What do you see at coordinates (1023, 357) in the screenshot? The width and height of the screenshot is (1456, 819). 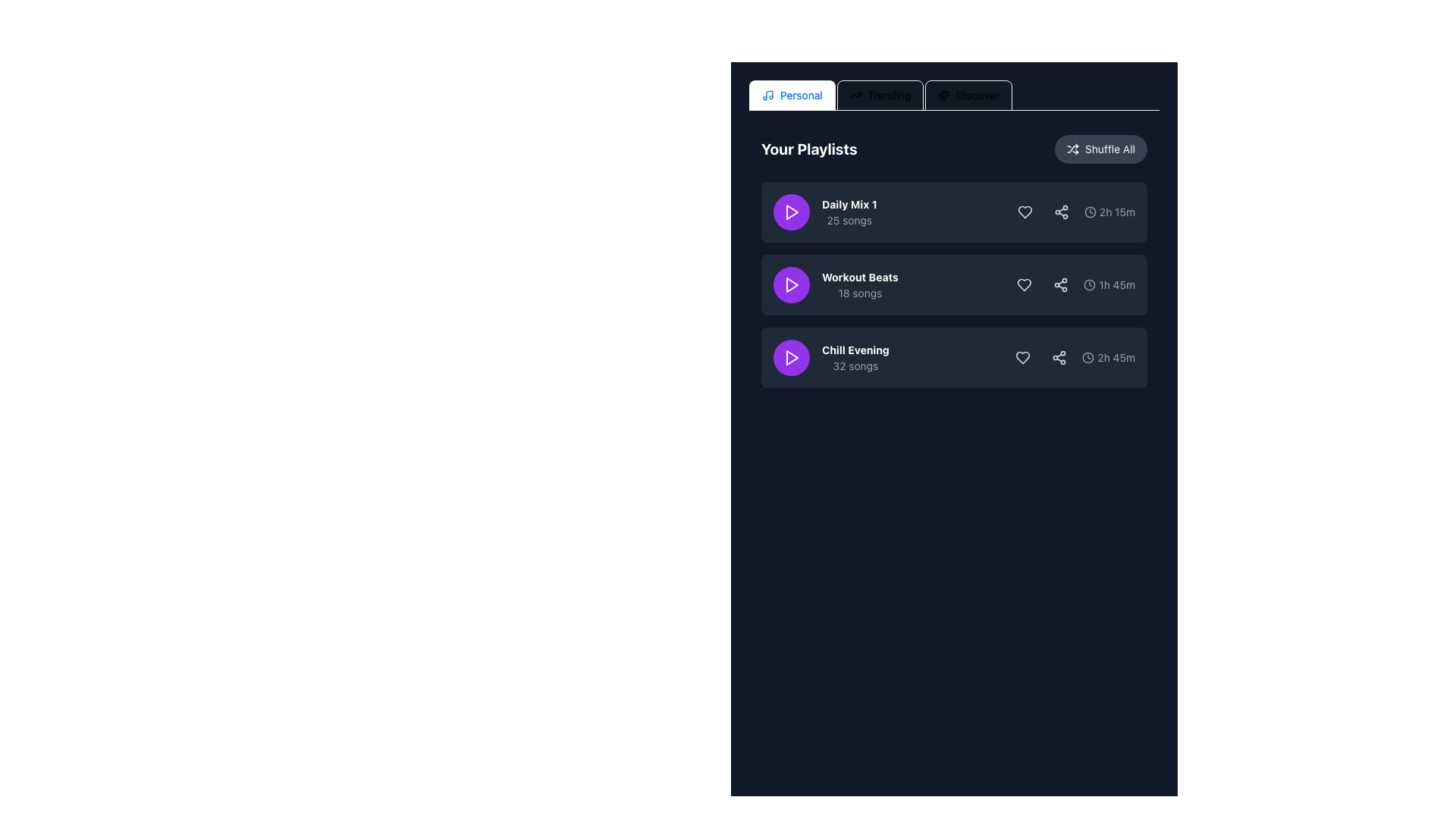 I see `the heart-shaped icon button with a hollow center in the lower-right section of the 'Chill Evening' playlist item` at bounding box center [1023, 357].